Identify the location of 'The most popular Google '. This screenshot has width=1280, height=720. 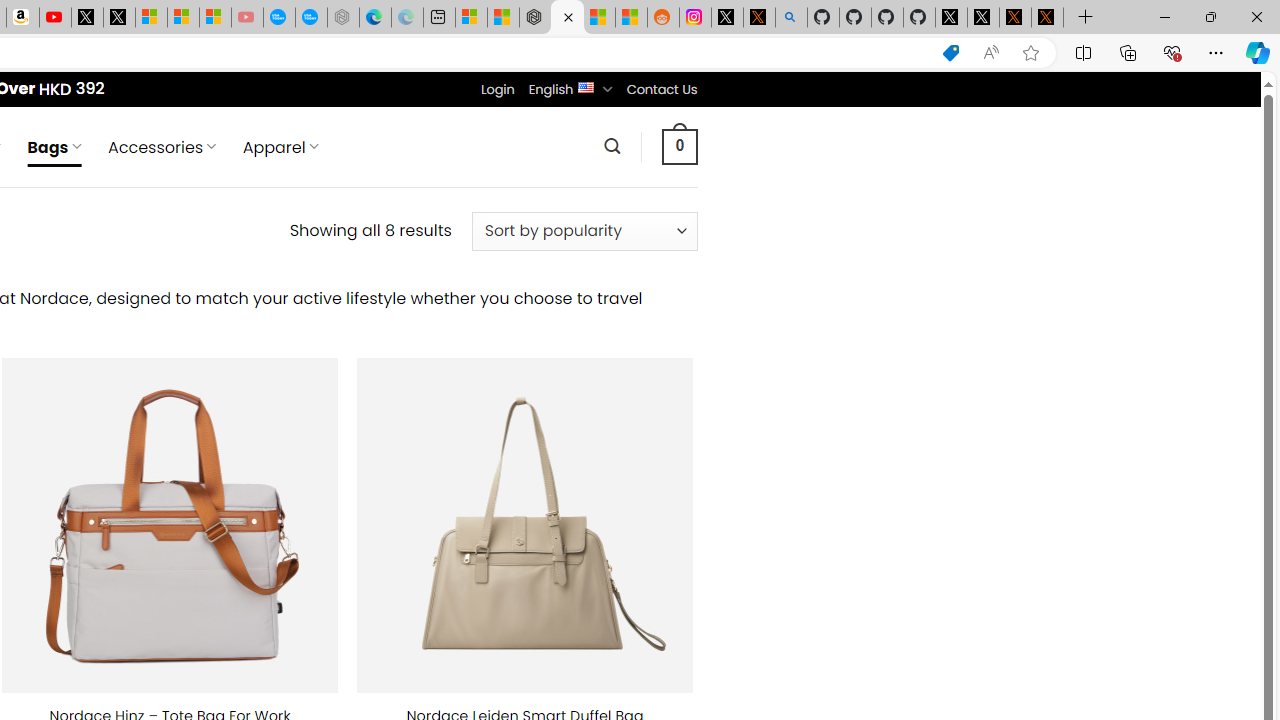
(310, 17).